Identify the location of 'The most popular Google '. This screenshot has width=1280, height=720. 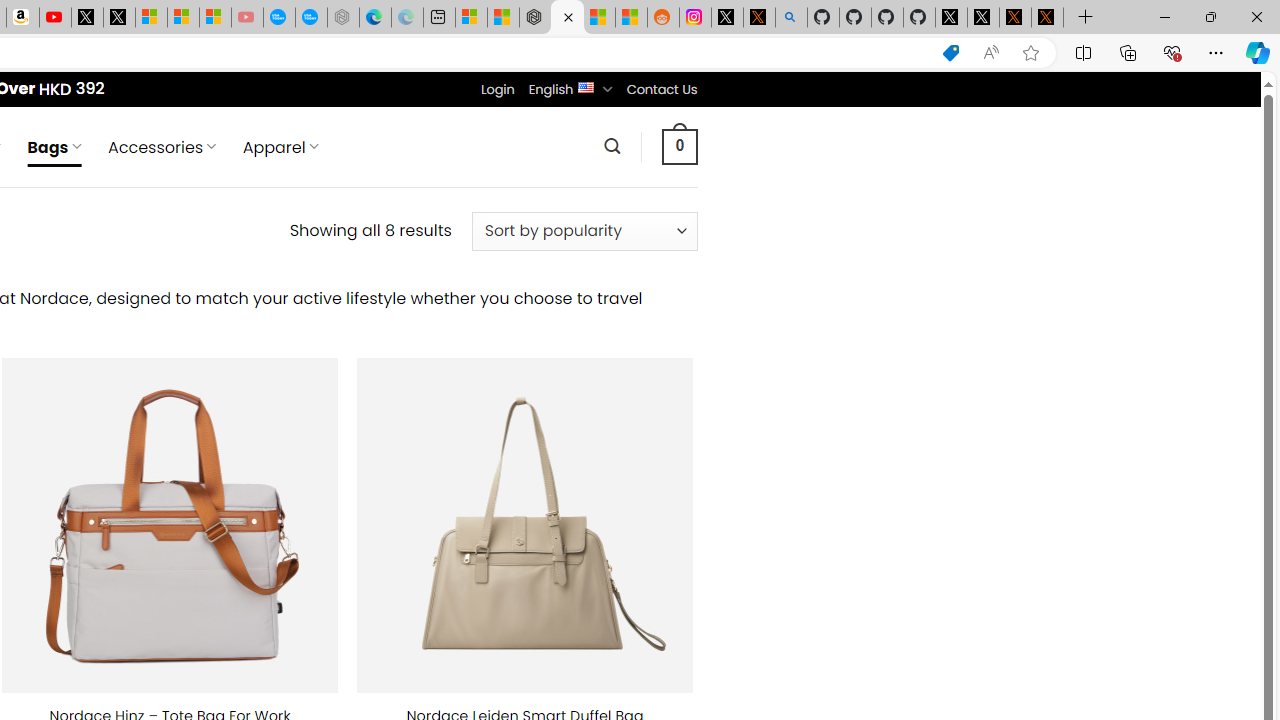
(310, 17).